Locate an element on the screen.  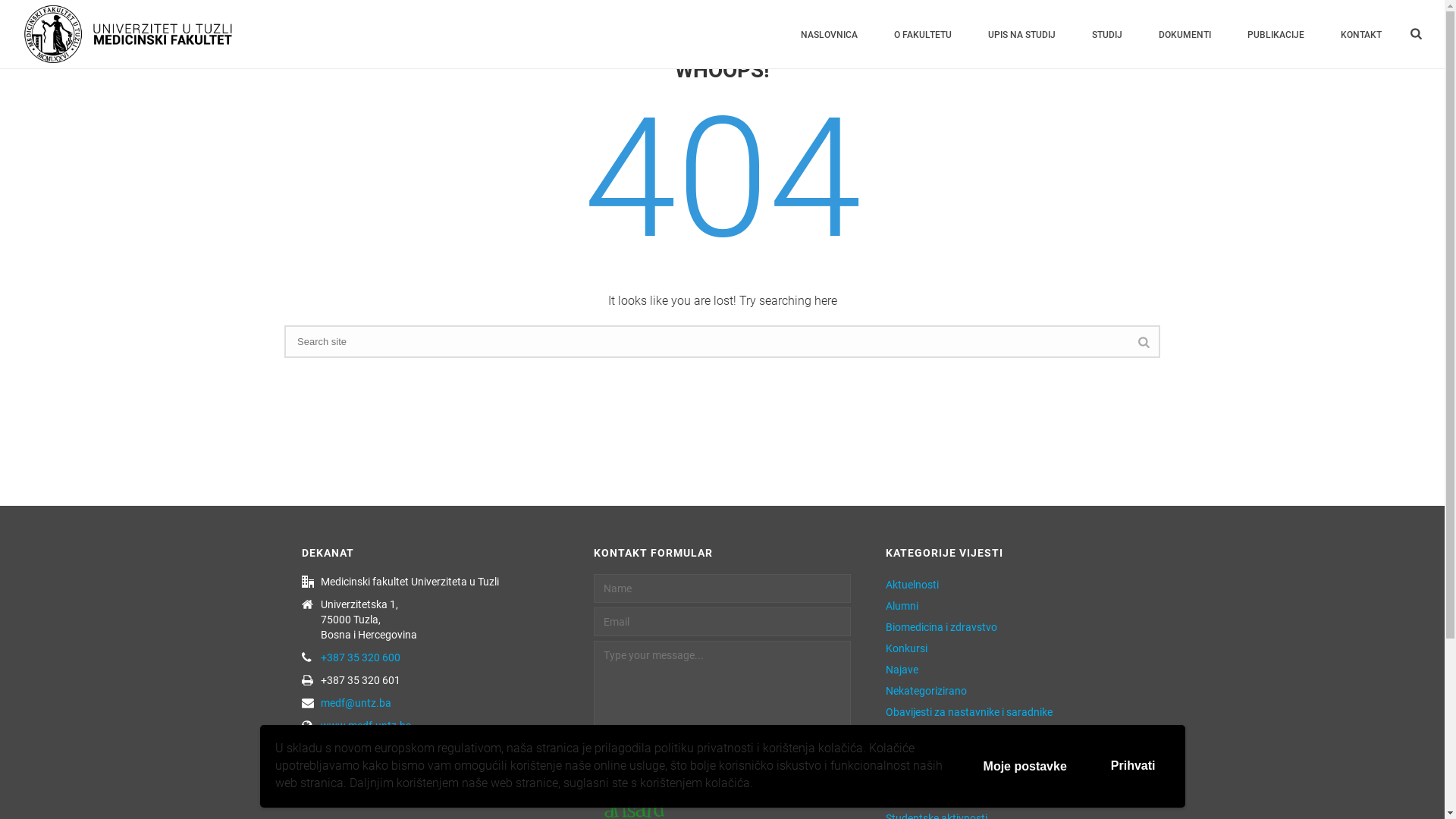
'KONTAKT' is located at coordinates (1361, 34).